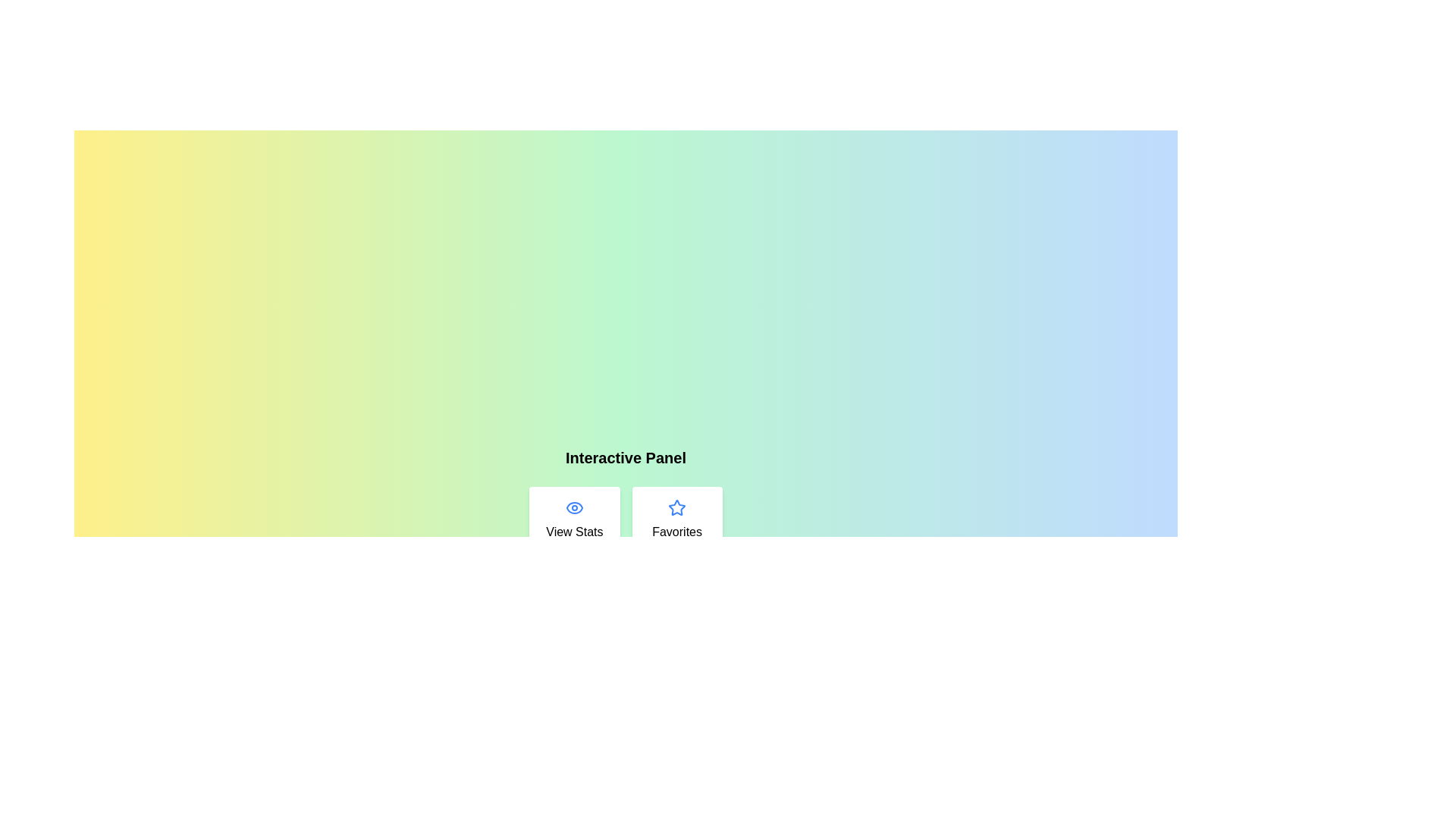  What do you see at coordinates (676, 519) in the screenshot?
I see `the favorites button located in the second column under the 'Interactive Panel' section` at bounding box center [676, 519].